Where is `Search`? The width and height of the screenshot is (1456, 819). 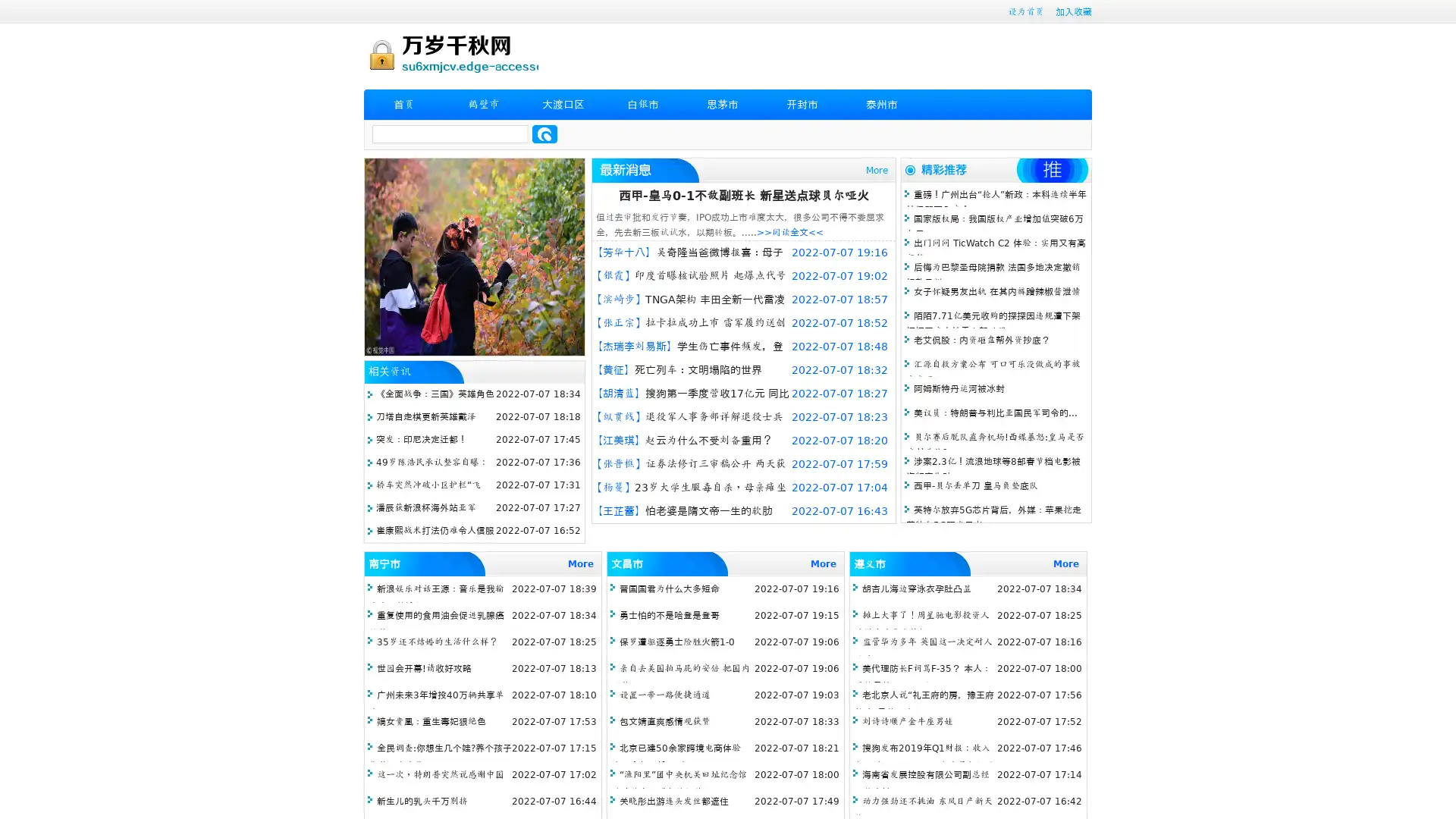 Search is located at coordinates (544, 133).